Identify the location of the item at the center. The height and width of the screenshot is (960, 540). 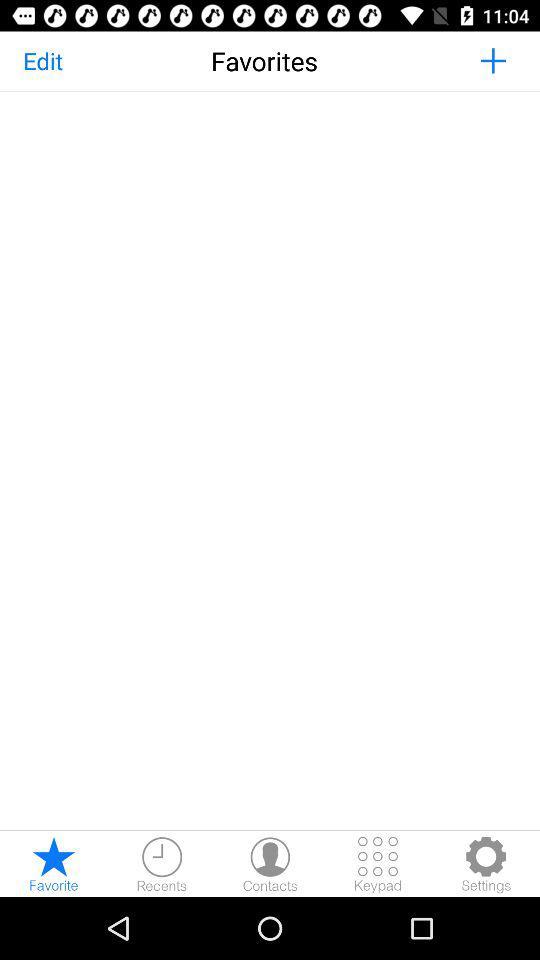
(270, 460).